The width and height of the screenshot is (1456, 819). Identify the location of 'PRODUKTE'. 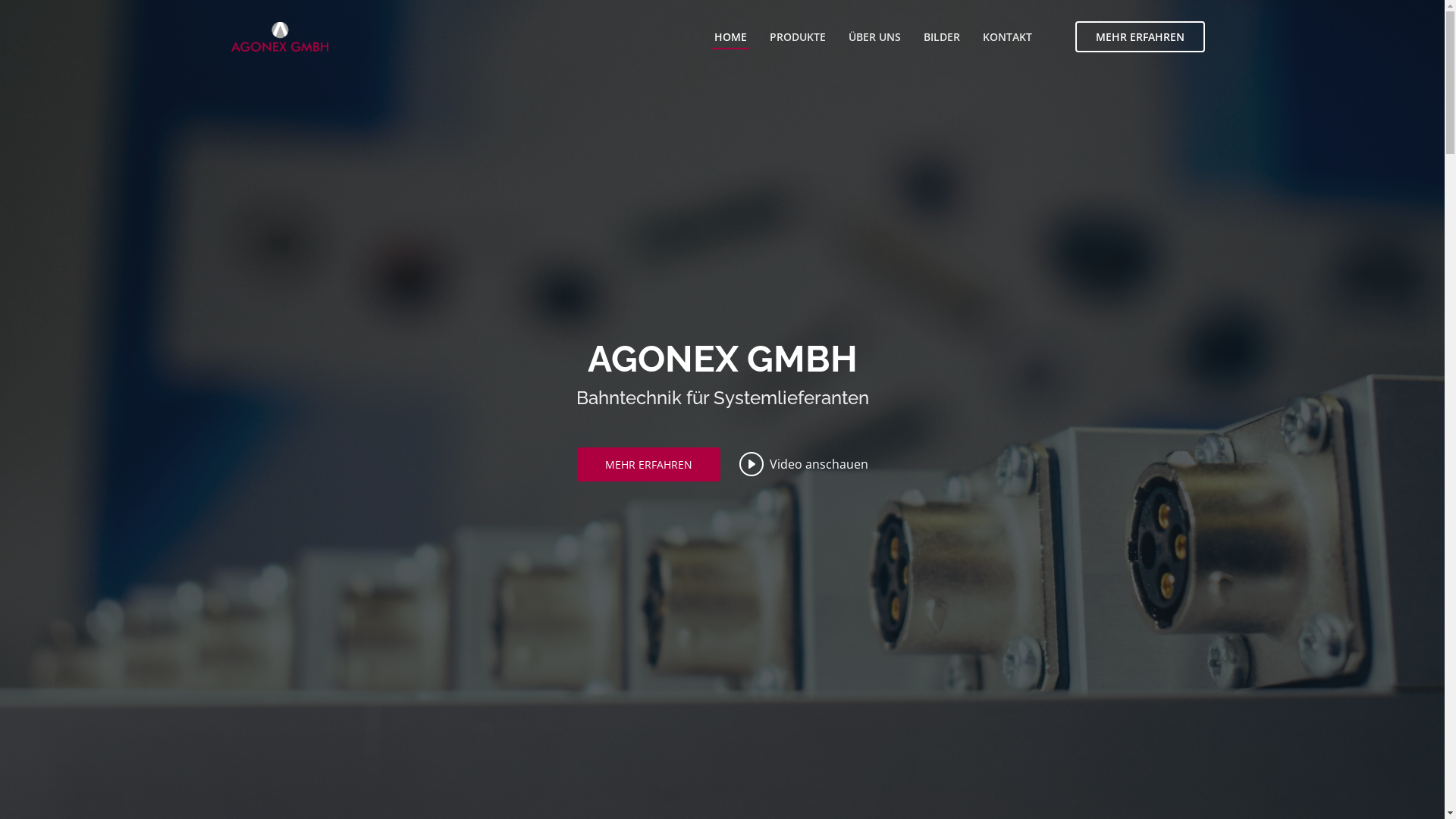
(796, 36).